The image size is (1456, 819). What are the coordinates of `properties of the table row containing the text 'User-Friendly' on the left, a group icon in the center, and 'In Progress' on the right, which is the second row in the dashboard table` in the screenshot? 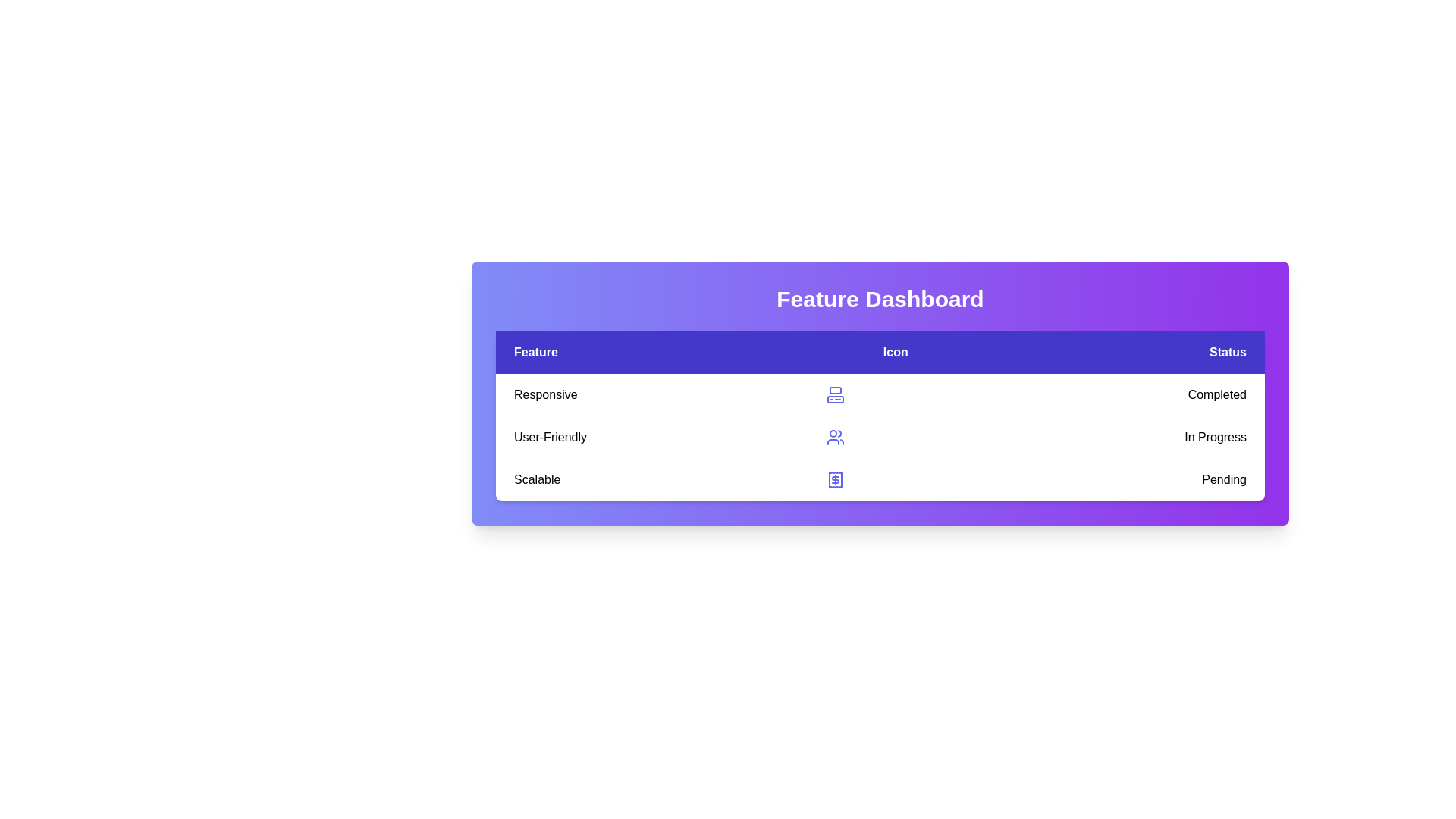 It's located at (880, 438).